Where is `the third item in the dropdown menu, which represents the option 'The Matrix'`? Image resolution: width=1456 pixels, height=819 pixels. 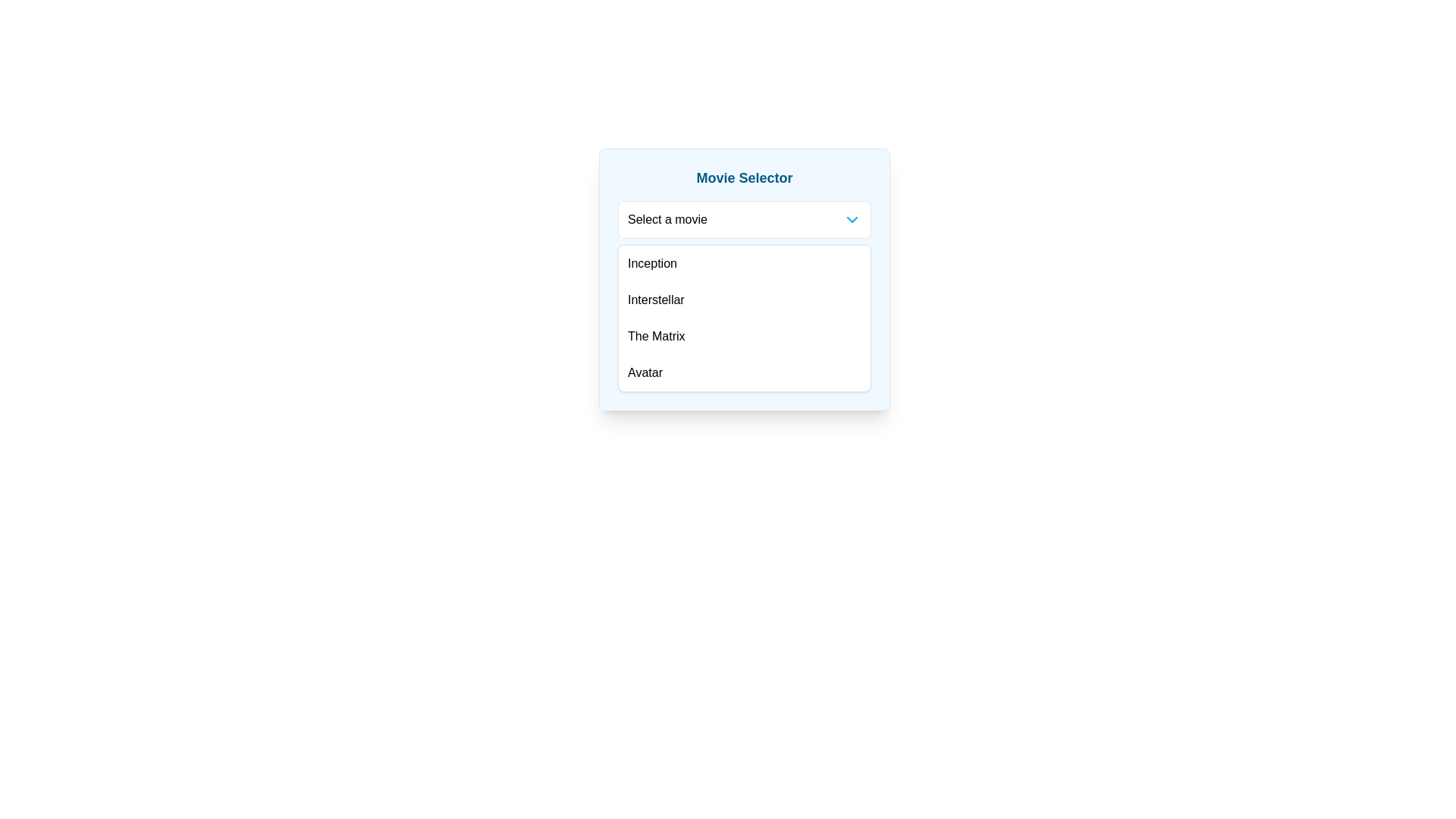 the third item in the dropdown menu, which represents the option 'The Matrix' is located at coordinates (745, 335).